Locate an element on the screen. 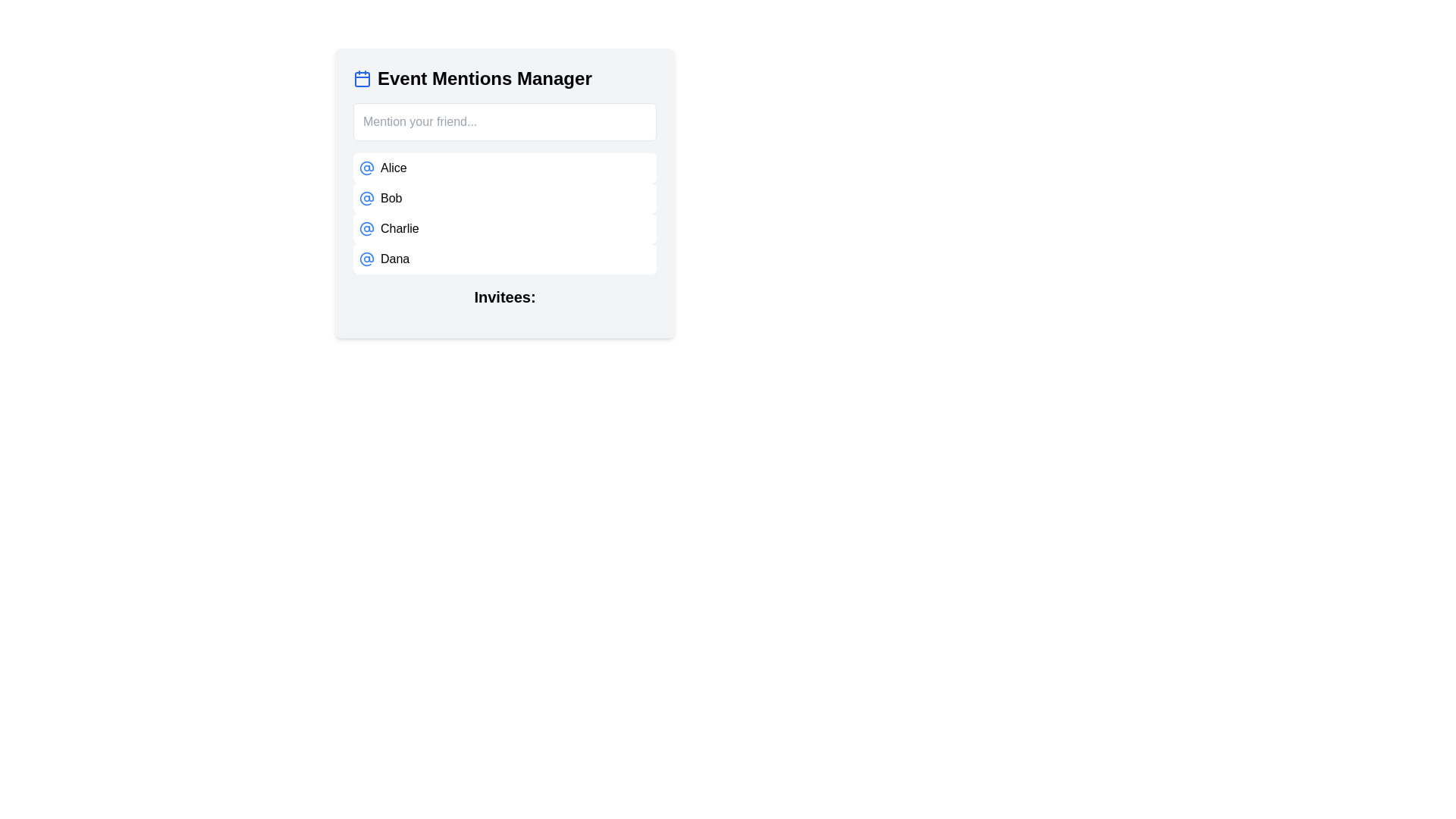  the decorative graphic within the calendar icon located at the top-left corner of the 'Event Mentions Manager' panel, which is a subcomponent with rounded corners is located at coordinates (362, 79).